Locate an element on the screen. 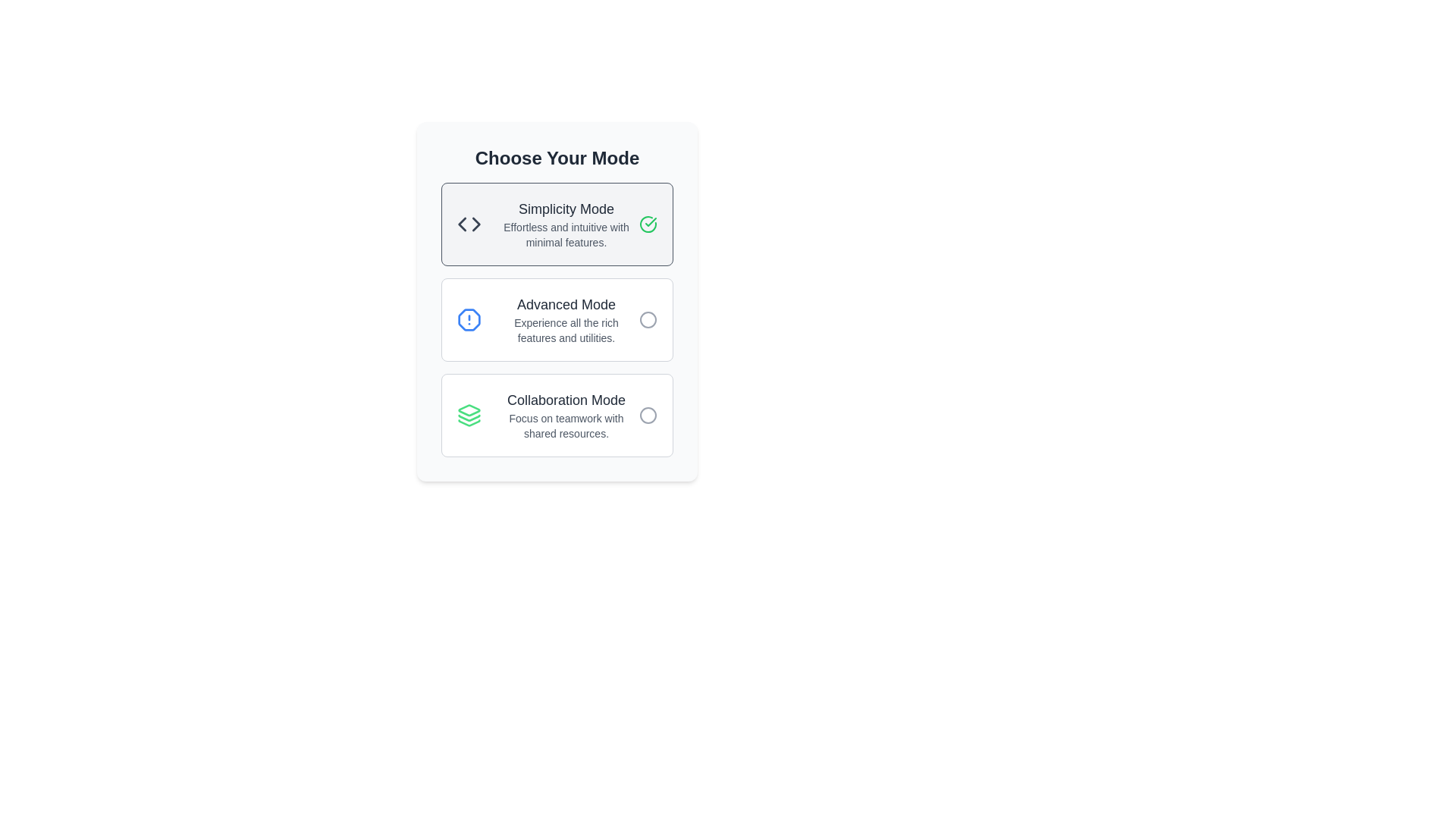  header text 'Choose Your Mode' which is prominently displayed at the top of the selection interface is located at coordinates (556, 158).